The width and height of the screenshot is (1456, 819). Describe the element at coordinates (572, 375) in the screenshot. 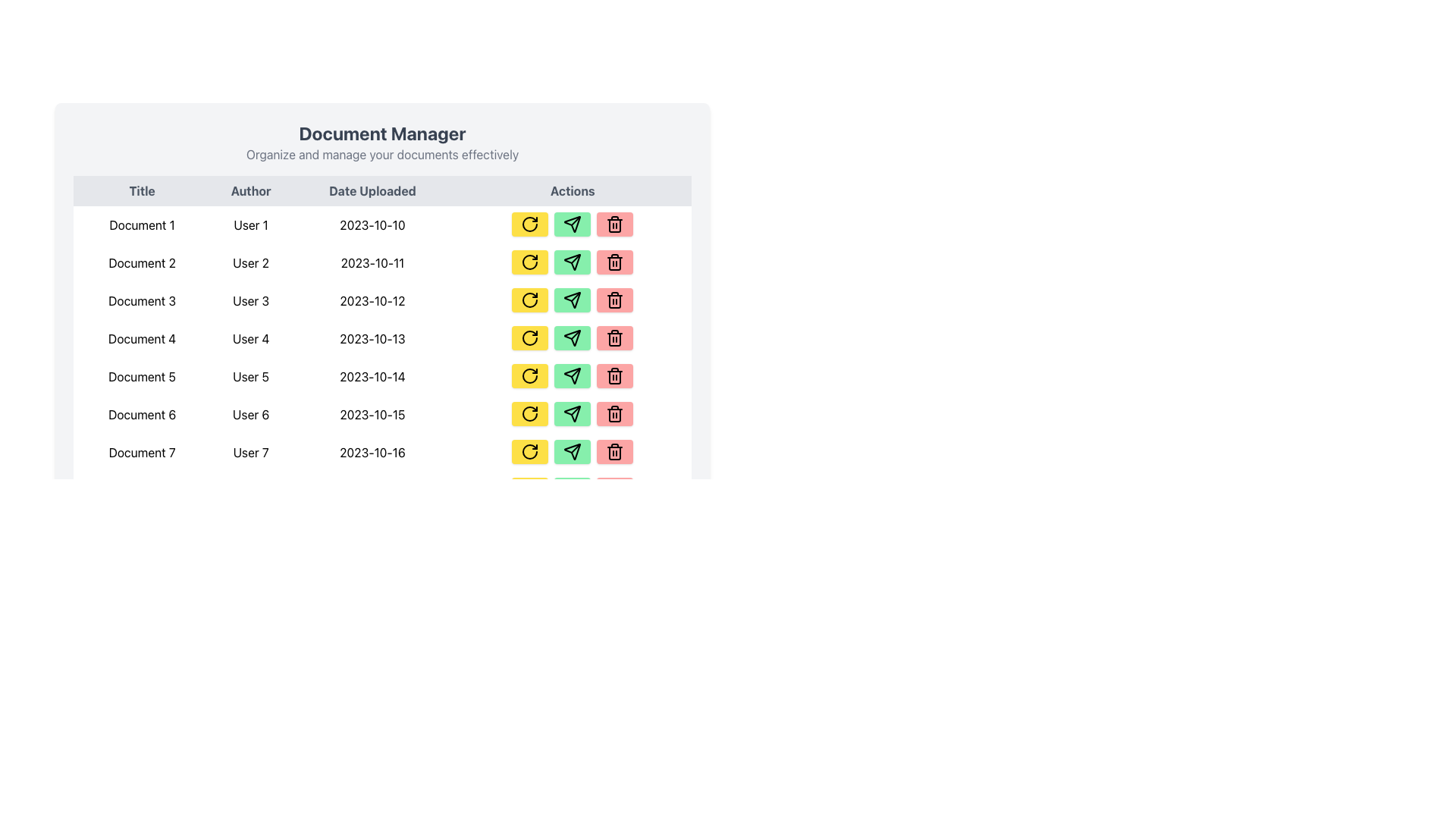

I see `the paper plane icon with a green background and black outline located in the 'Actions' column of the fifth row` at that location.